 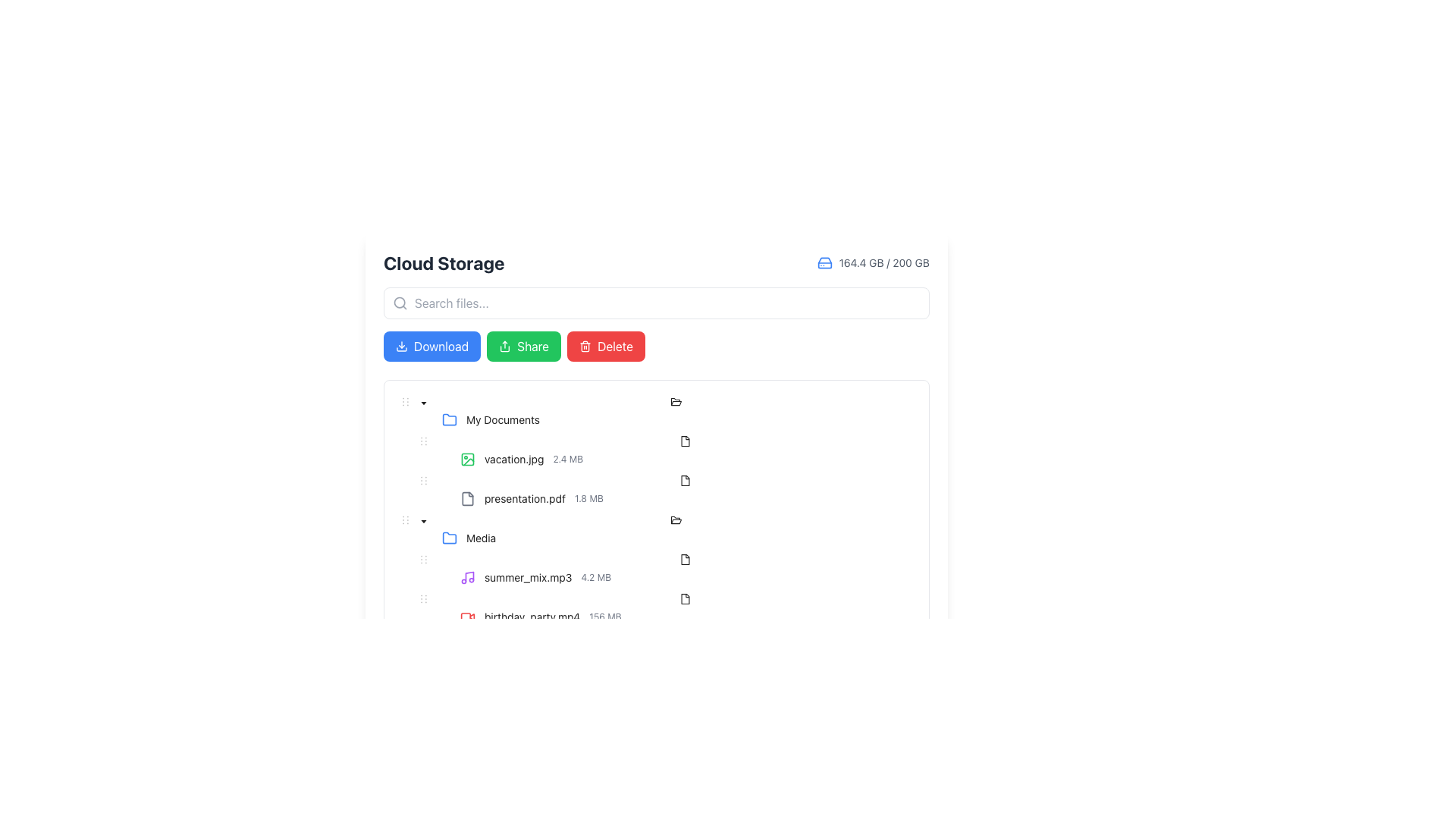 I want to click on the red 'Delete' button with a trash can icon, so click(x=605, y=346).